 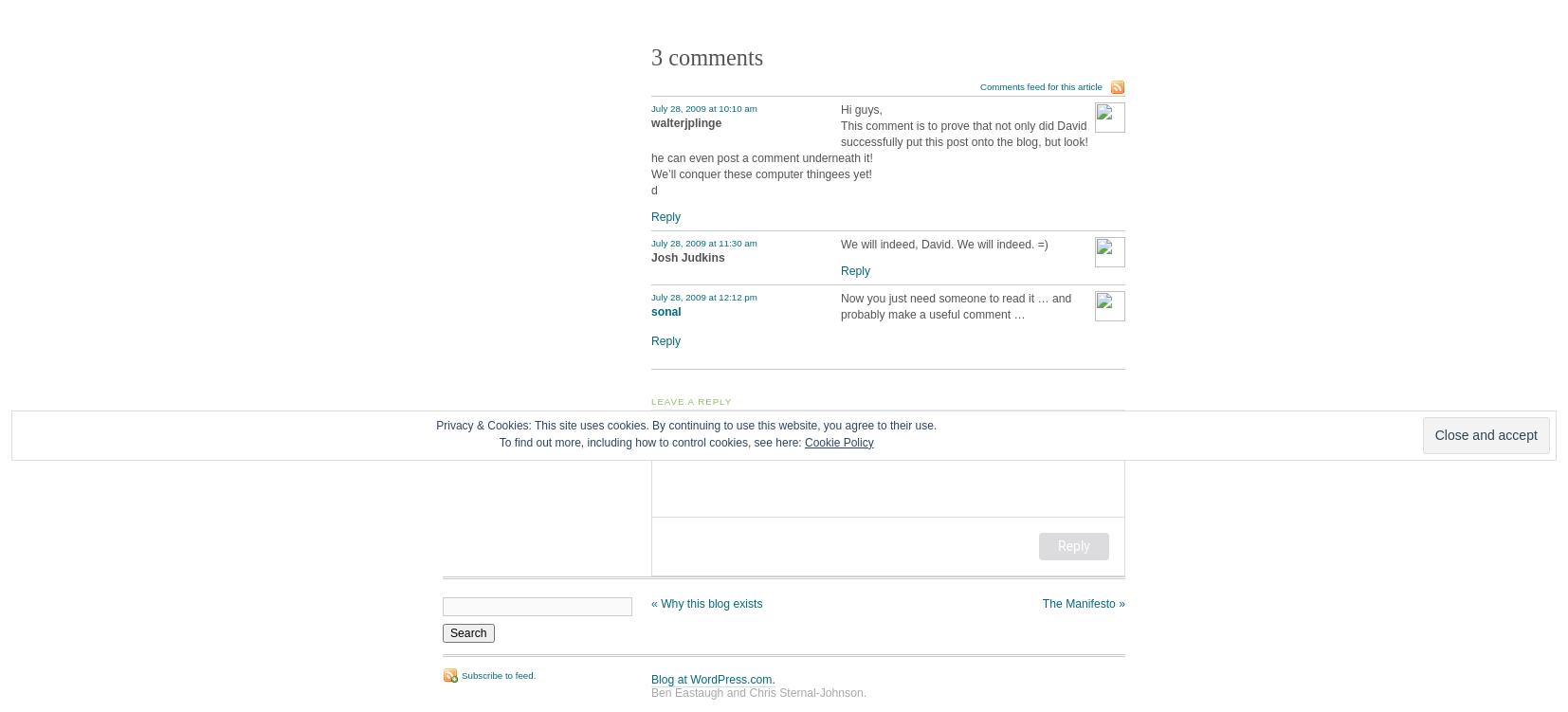 What do you see at coordinates (651, 678) in the screenshot?
I see `'Blog at WordPress.com.'` at bounding box center [651, 678].